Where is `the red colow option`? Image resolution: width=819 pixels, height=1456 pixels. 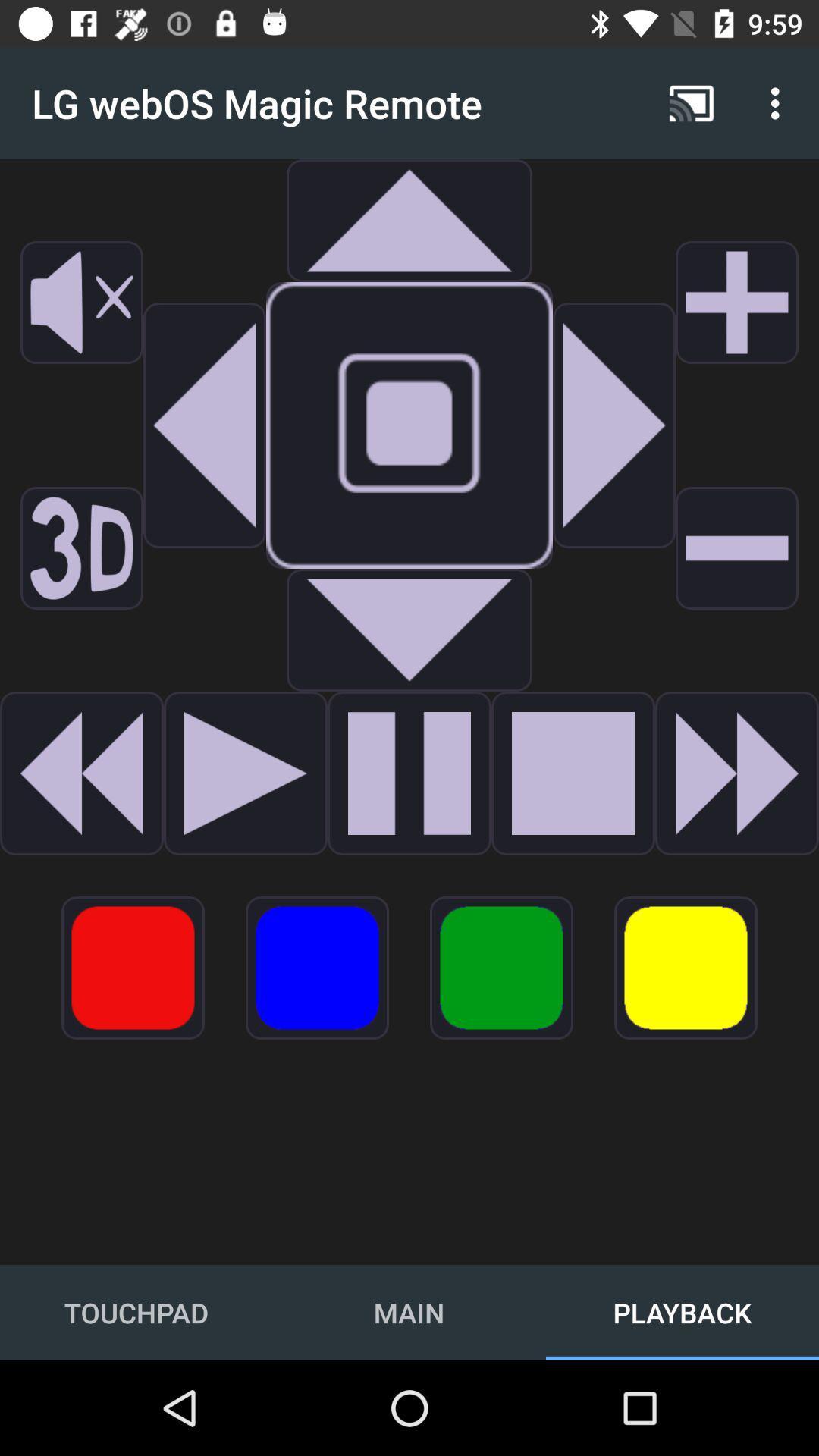 the red colow option is located at coordinates (132, 967).